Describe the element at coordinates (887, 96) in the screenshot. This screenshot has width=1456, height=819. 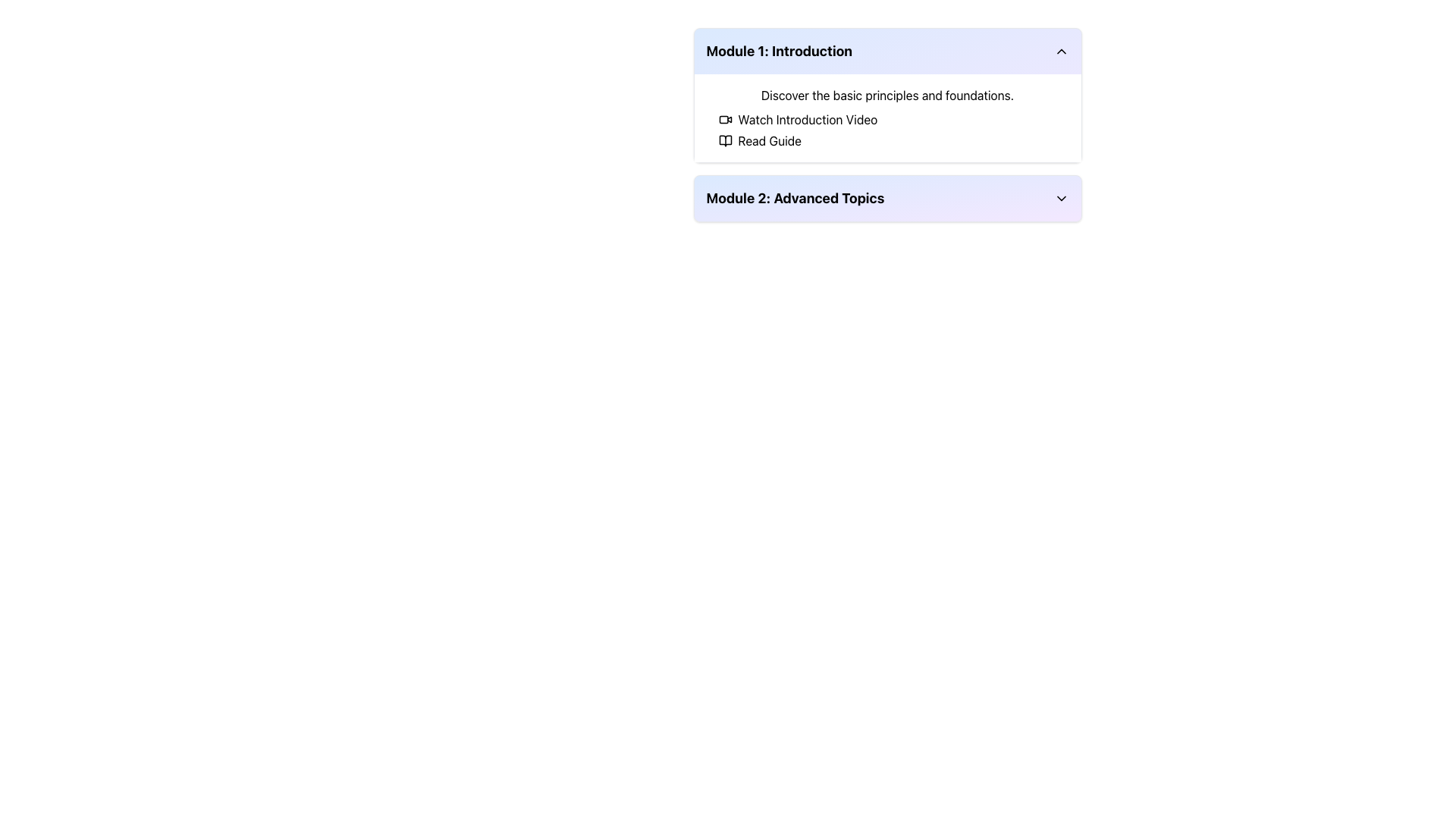
I see `the text label that reads 'Discover the basic principles and foundations' located in the 'Module 1: Introduction' section` at that location.